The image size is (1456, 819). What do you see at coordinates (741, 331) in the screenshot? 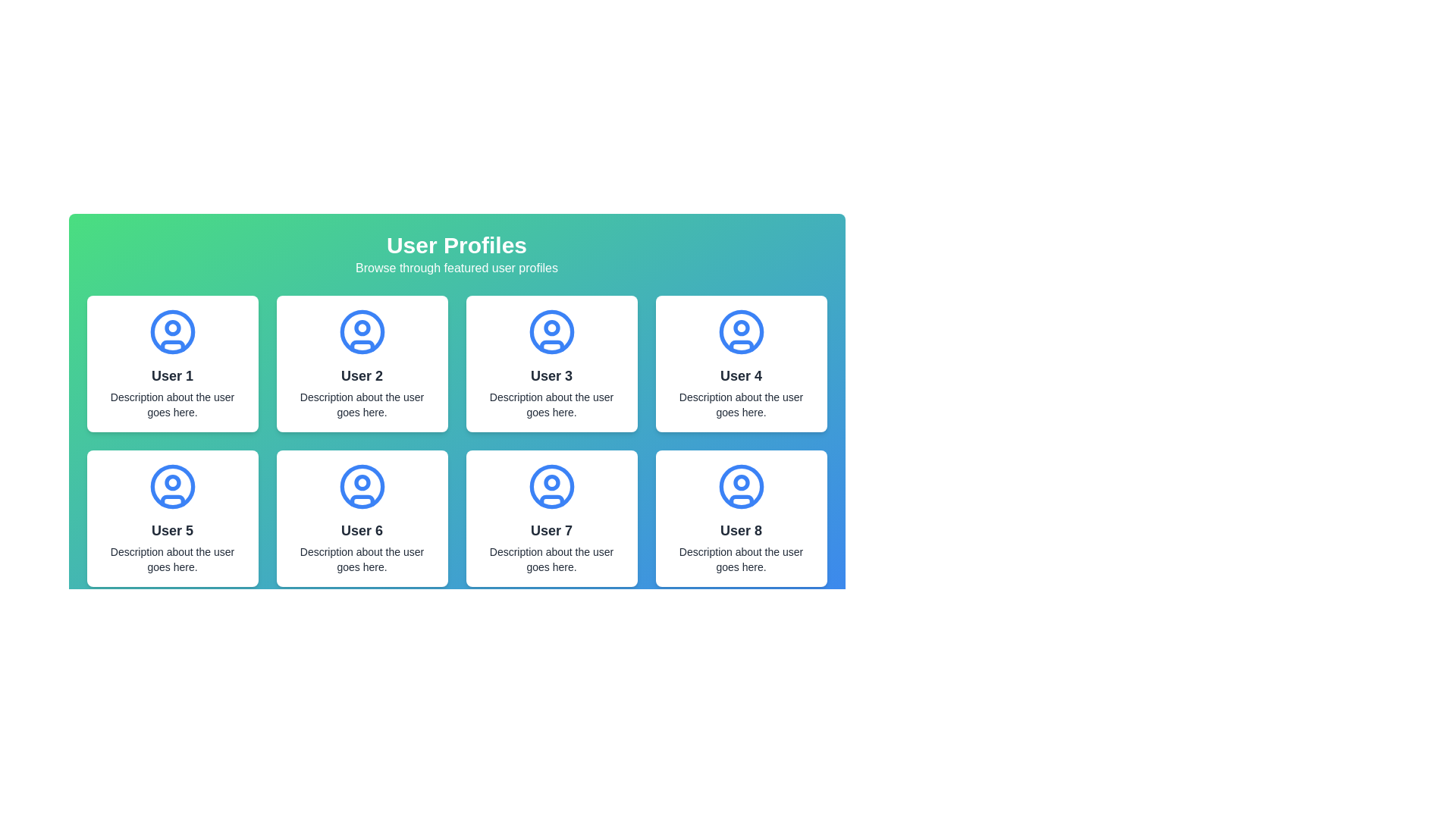
I see `the circular blue user icon representing 'User 4', which is located in the top row and fourth column of the grid layout, above the 'User 4' text header and description` at bounding box center [741, 331].